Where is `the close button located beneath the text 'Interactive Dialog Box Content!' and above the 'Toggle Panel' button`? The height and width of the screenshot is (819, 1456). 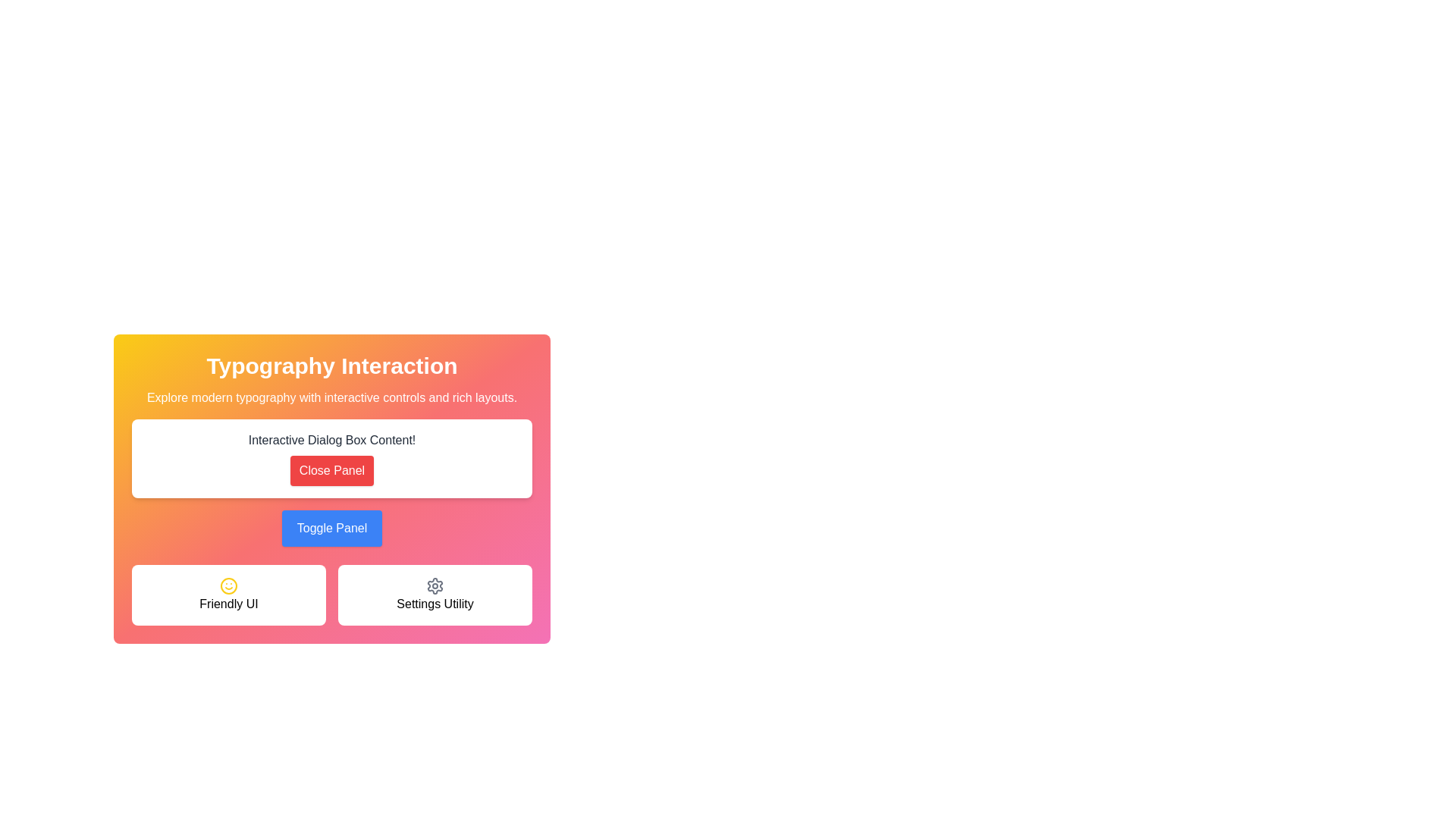 the close button located beneath the text 'Interactive Dialog Box Content!' and above the 'Toggle Panel' button is located at coordinates (331, 488).